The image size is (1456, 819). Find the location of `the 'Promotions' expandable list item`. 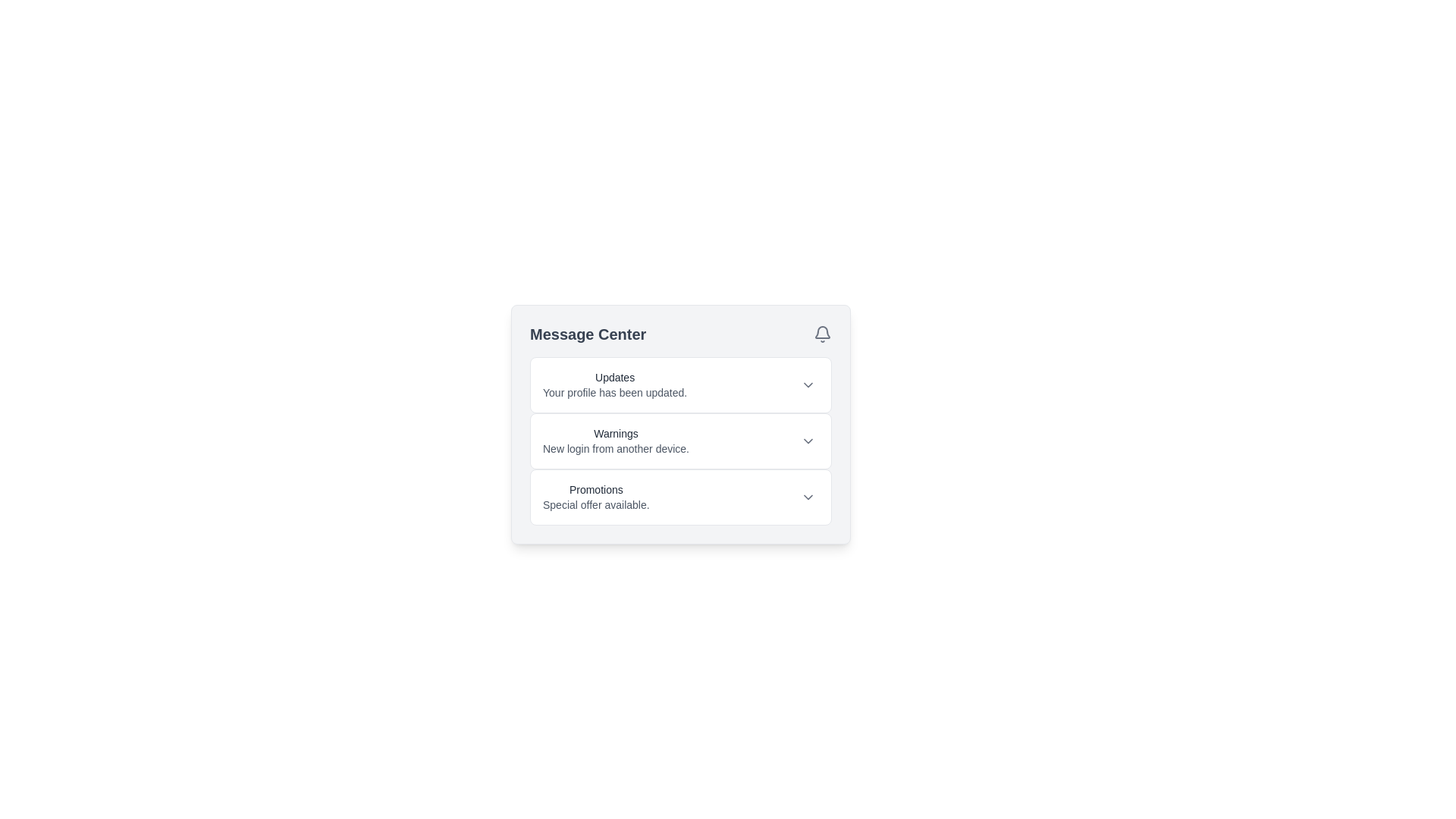

the 'Promotions' expandable list item is located at coordinates (679, 497).